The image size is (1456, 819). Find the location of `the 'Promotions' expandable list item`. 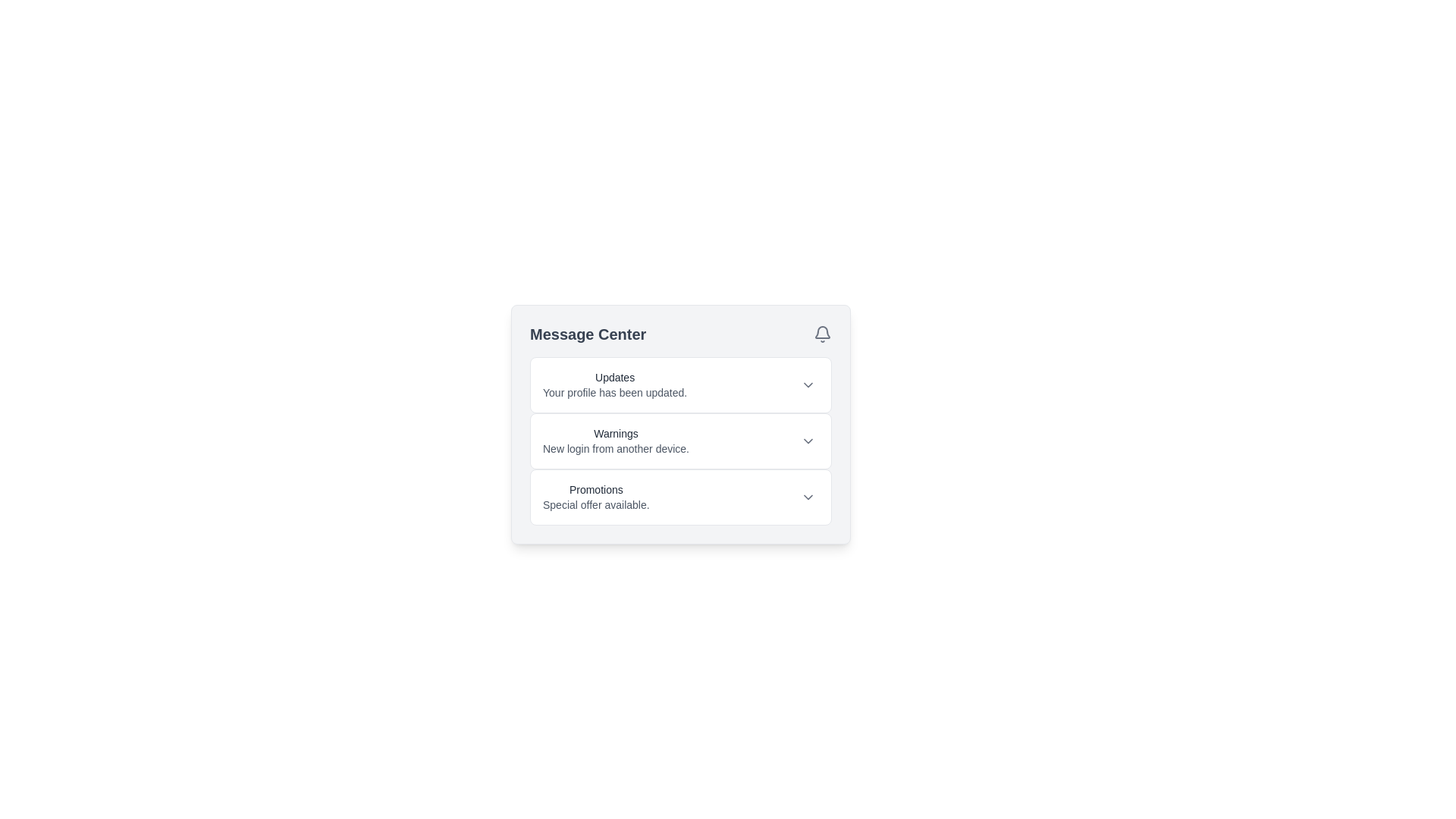

the 'Promotions' expandable list item is located at coordinates (679, 497).